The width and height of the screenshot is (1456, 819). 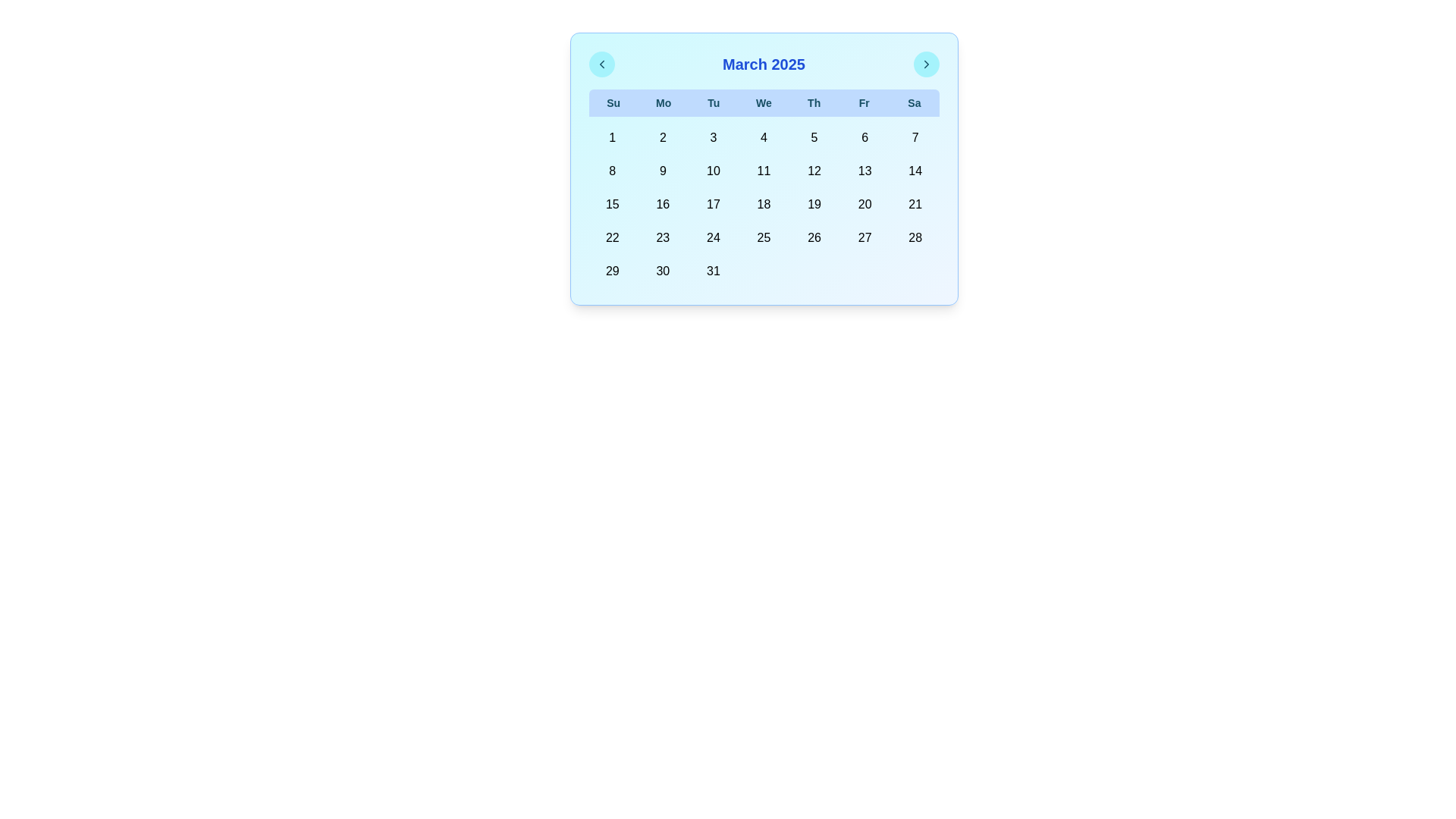 I want to click on the button displaying the number '11' in bold black text within a rounded rectangle, located in the second row and fourth column of the calendar grid, so click(x=764, y=171).